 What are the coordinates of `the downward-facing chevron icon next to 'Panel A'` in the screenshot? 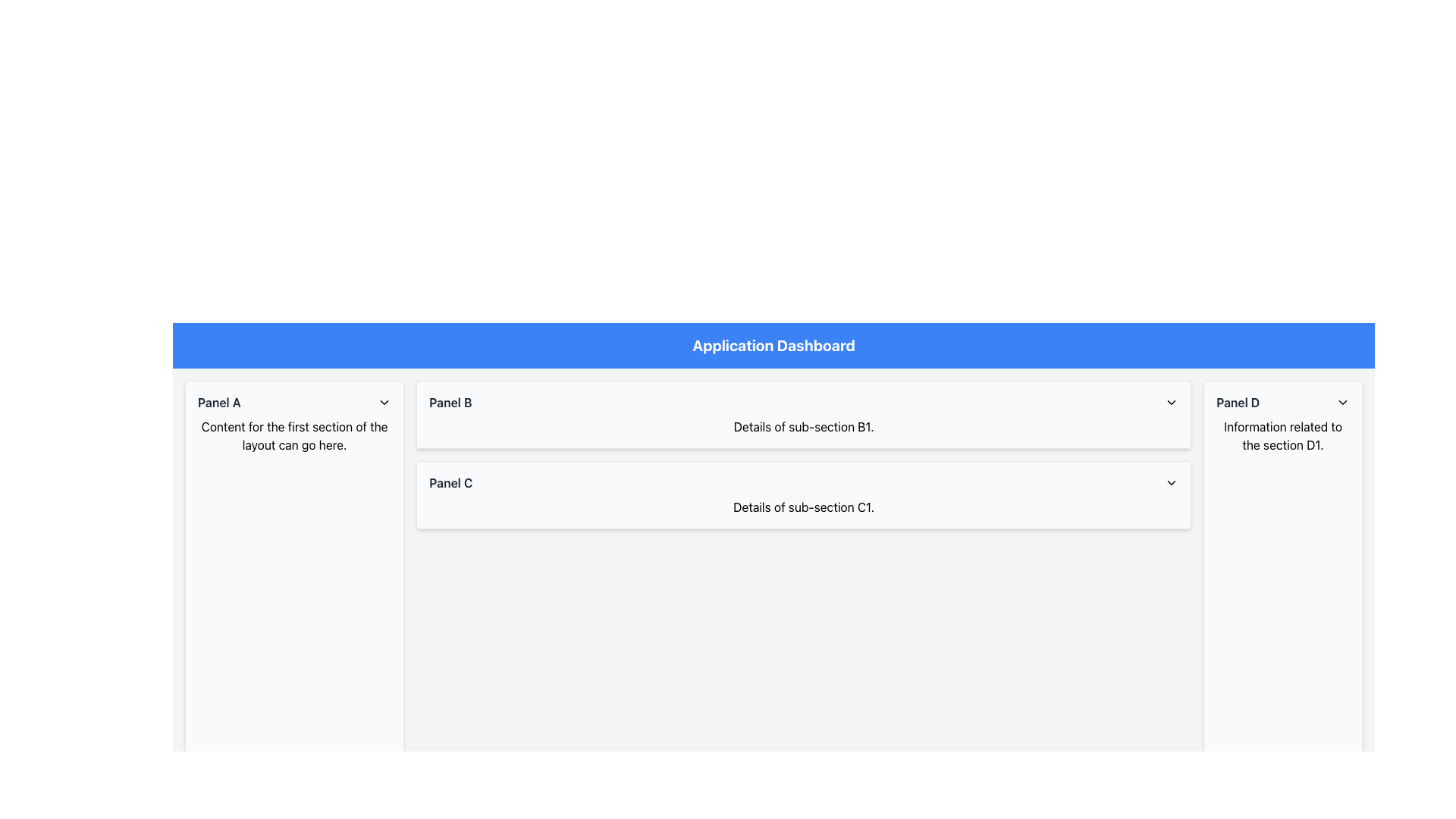 It's located at (384, 402).